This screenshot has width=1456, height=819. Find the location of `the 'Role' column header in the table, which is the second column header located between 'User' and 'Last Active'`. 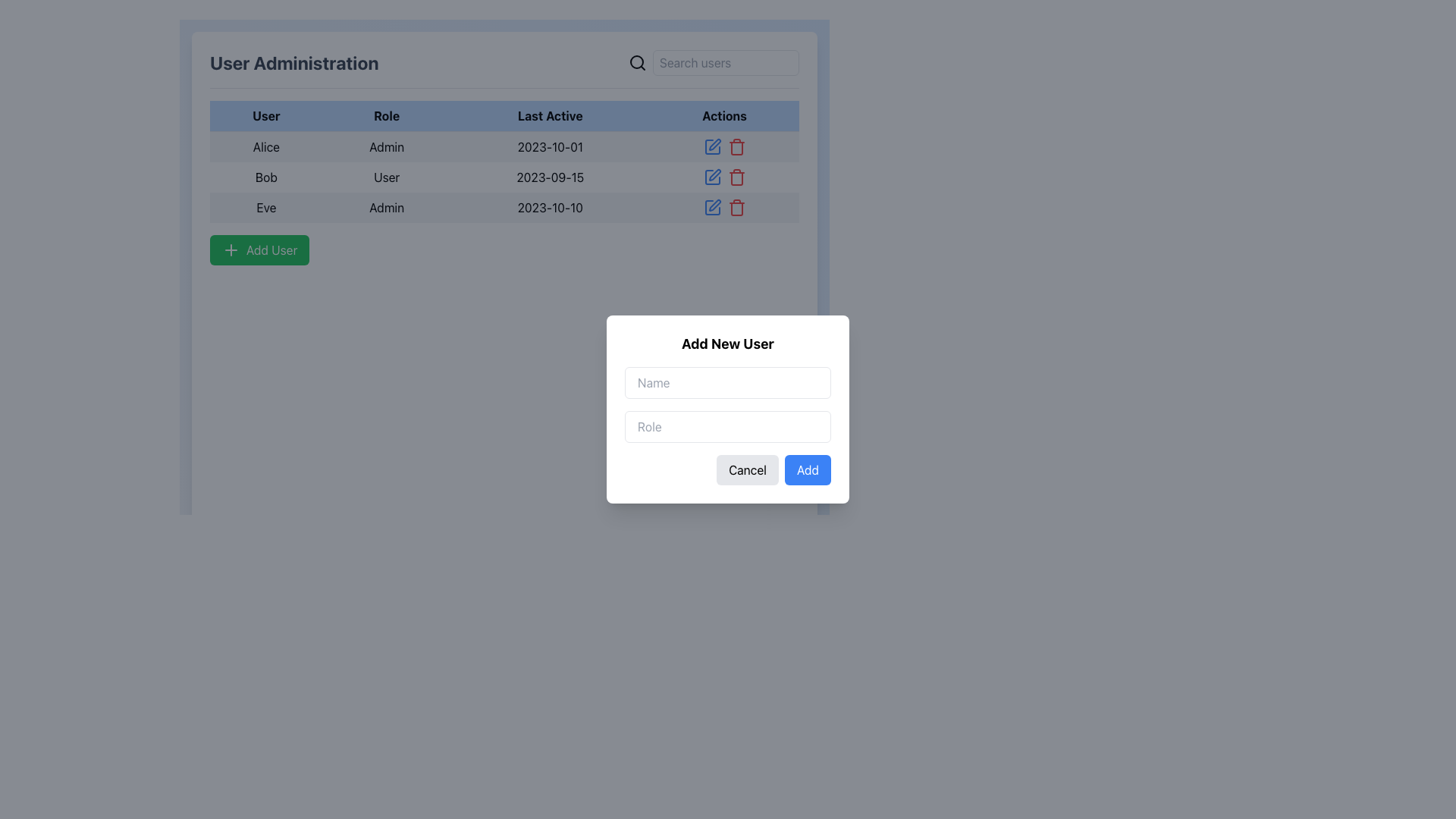

the 'Role' column header in the table, which is the second column header located between 'User' and 'Last Active' is located at coordinates (387, 115).